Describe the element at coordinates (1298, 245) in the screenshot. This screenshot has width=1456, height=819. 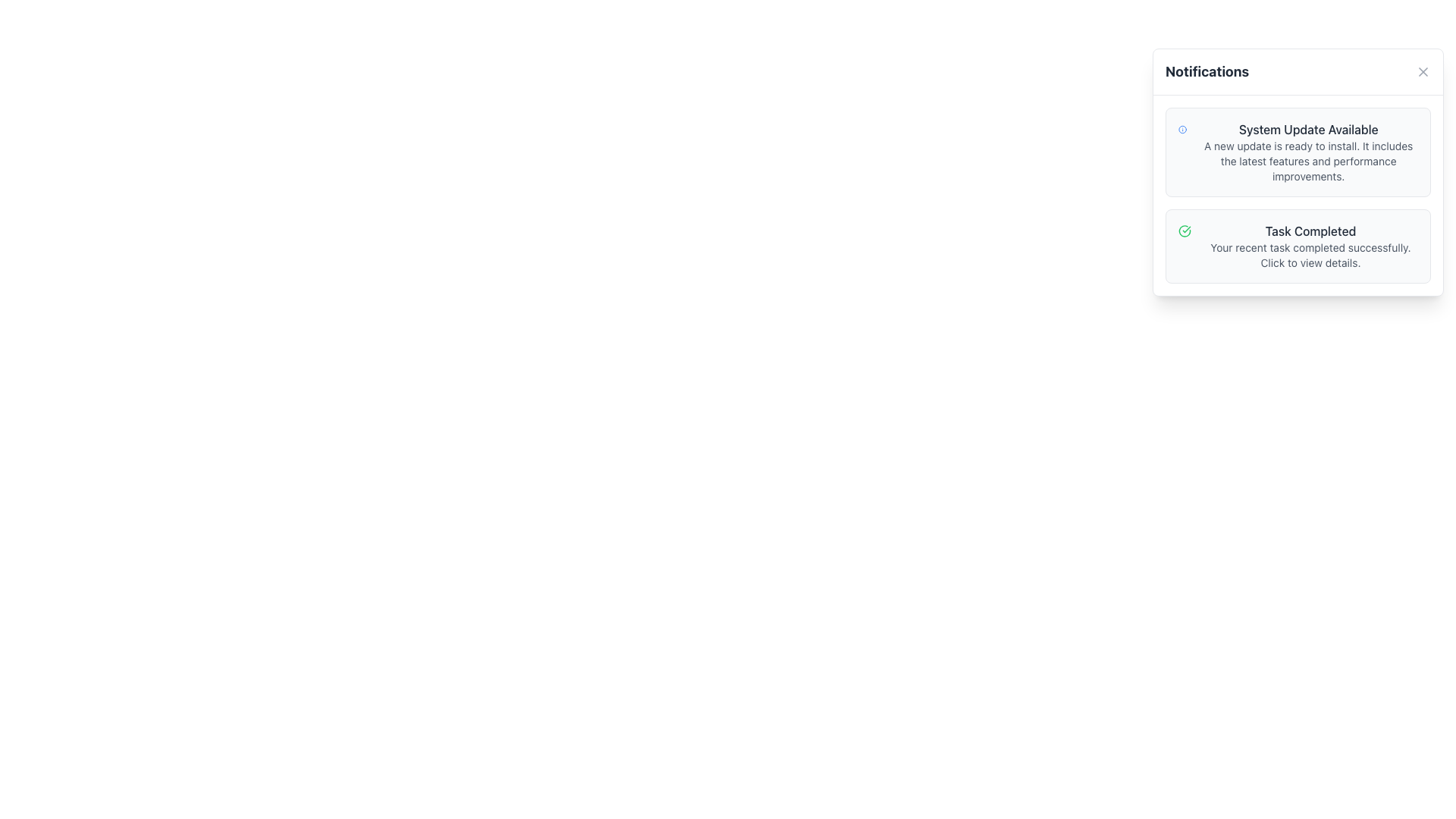
I see `the notification box with a light gray background and the text 'Task Completed'` at that location.